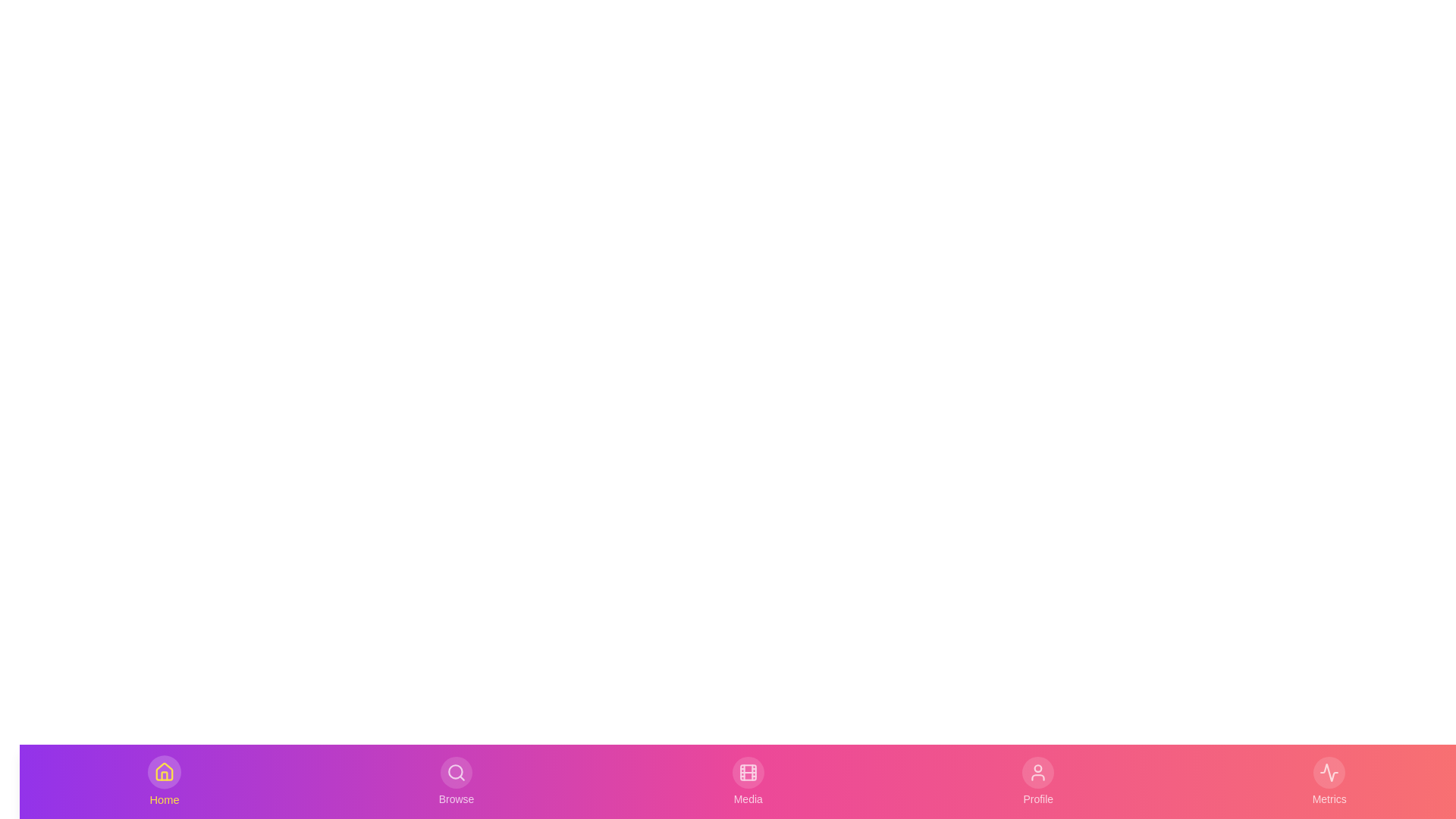 Image resolution: width=1456 pixels, height=819 pixels. I want to click on the Metrics tab to activate it, so click(1328, 781).